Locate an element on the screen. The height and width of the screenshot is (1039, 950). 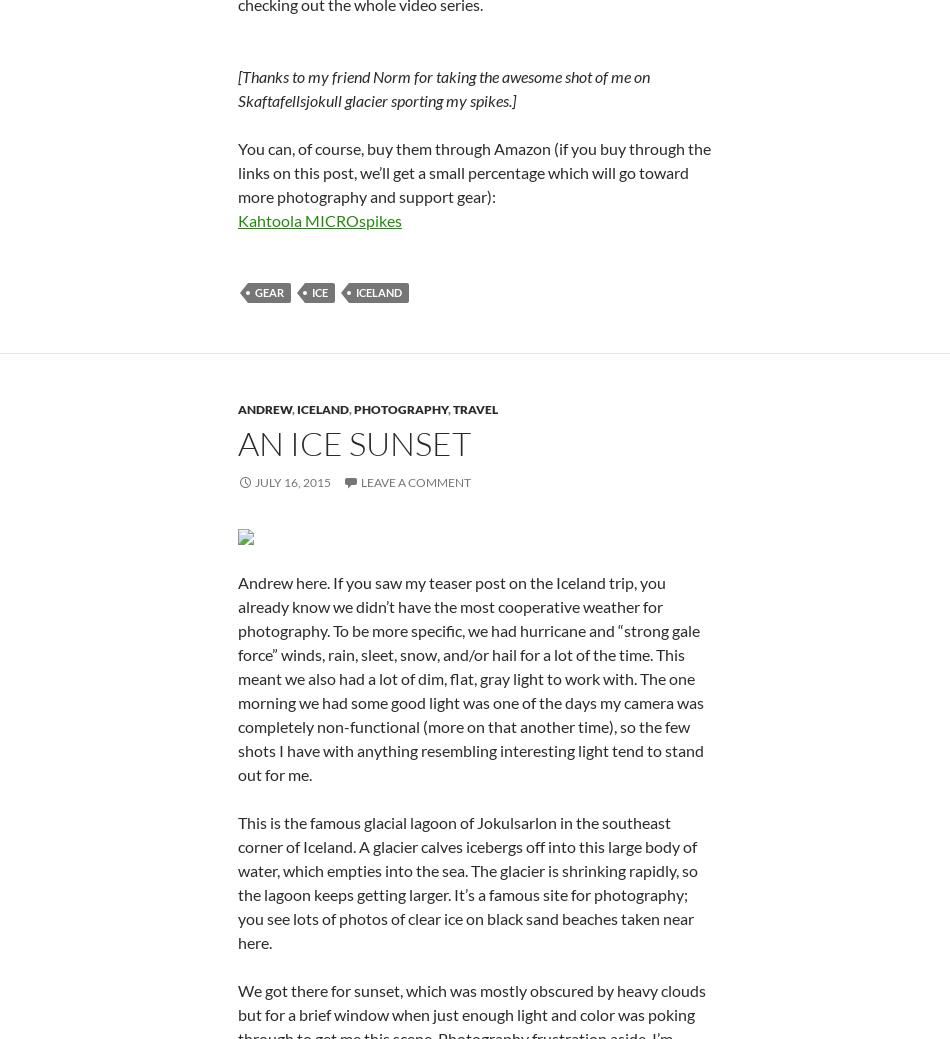
'Kahtoola MICROspikes' is located at coordinates (237, 462).